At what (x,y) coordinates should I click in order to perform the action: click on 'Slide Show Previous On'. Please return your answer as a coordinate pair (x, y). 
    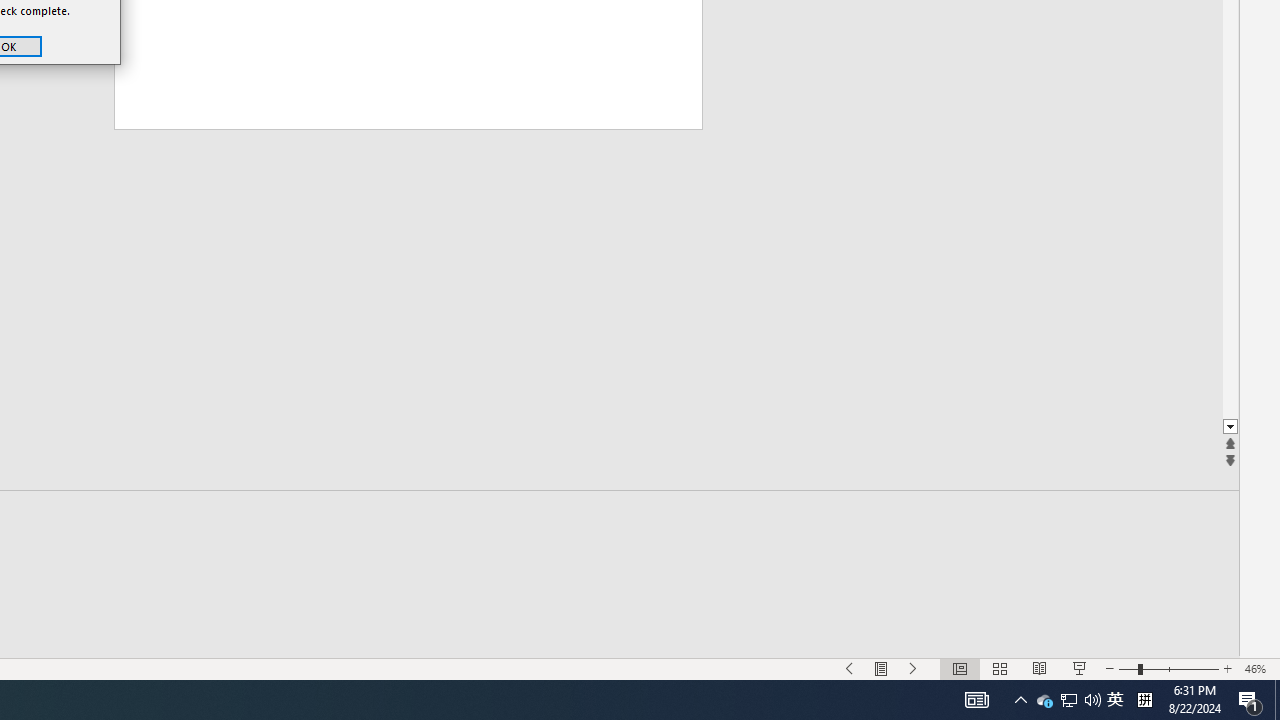
    Looking at the image, I should click on (850, 669).